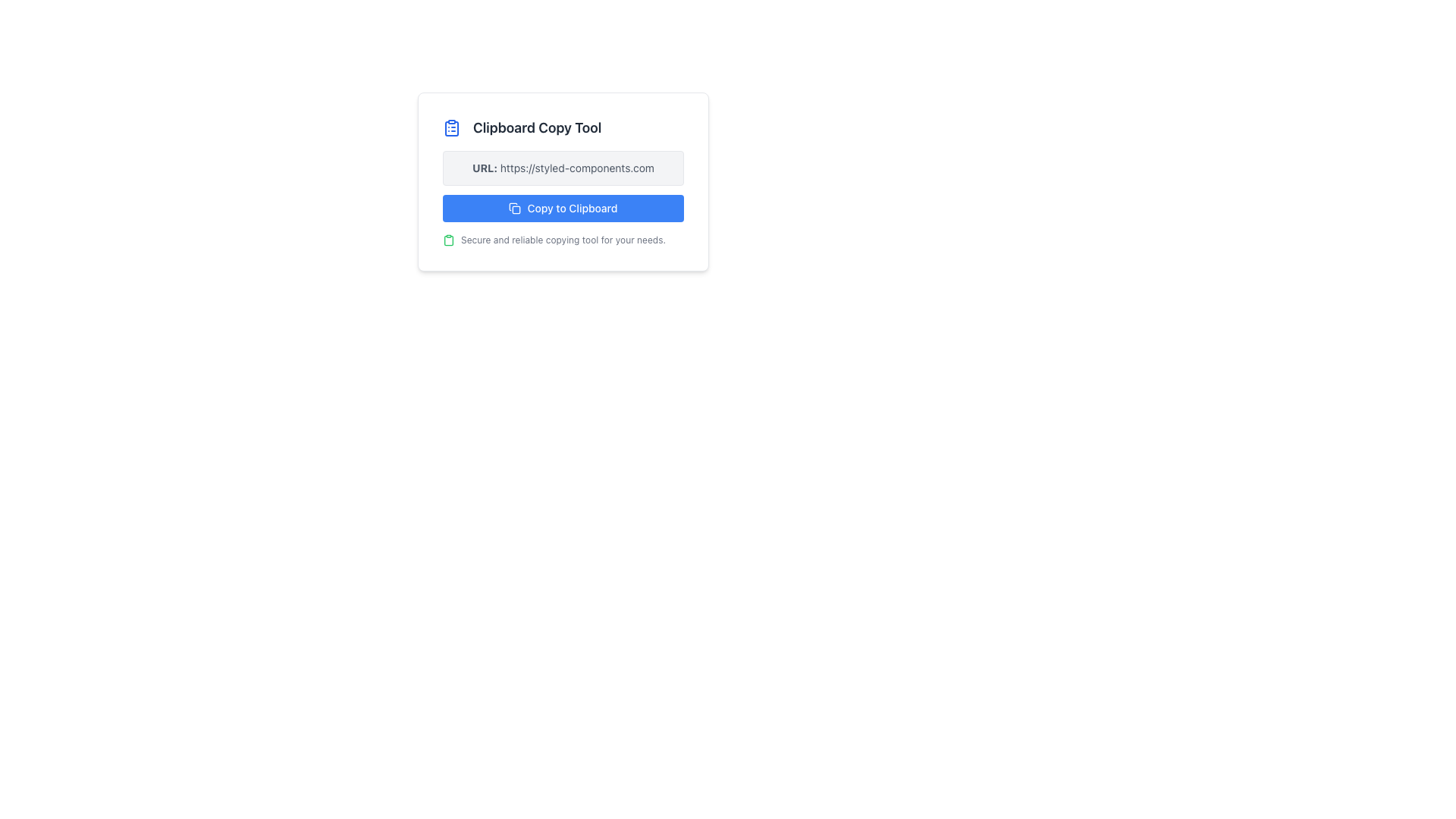 The image size is (1456, 819). Describe the element at coordinates (515, 208) in the screenshot. I see `the copy-to-clipboard icon located inside the 'Copy to Clipboard' button, positioned to the immediate left of the button's text` at that location.